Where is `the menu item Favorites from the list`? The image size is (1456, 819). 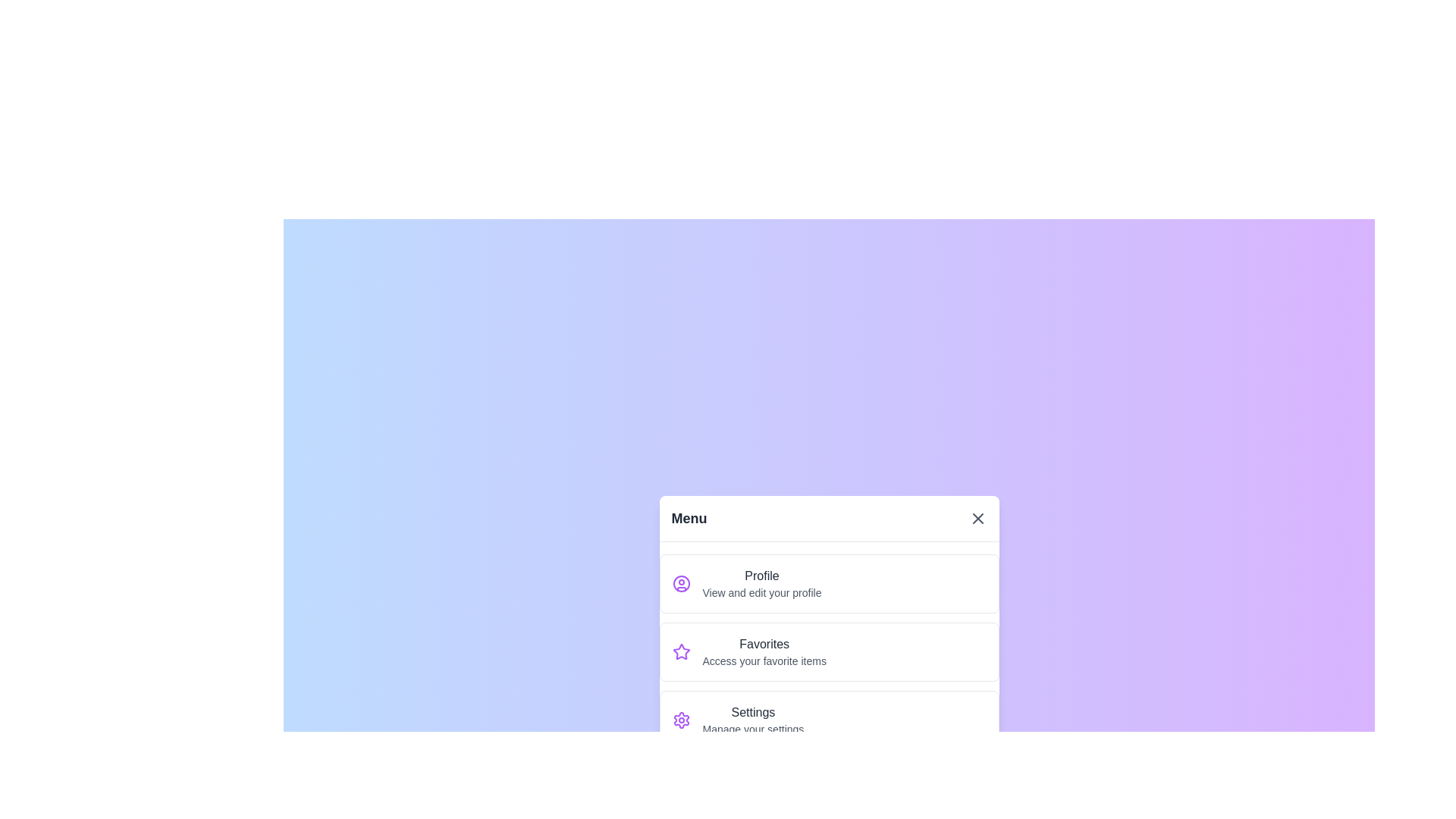 the menu item Favorites from the list is located at coordinates (828, 651).